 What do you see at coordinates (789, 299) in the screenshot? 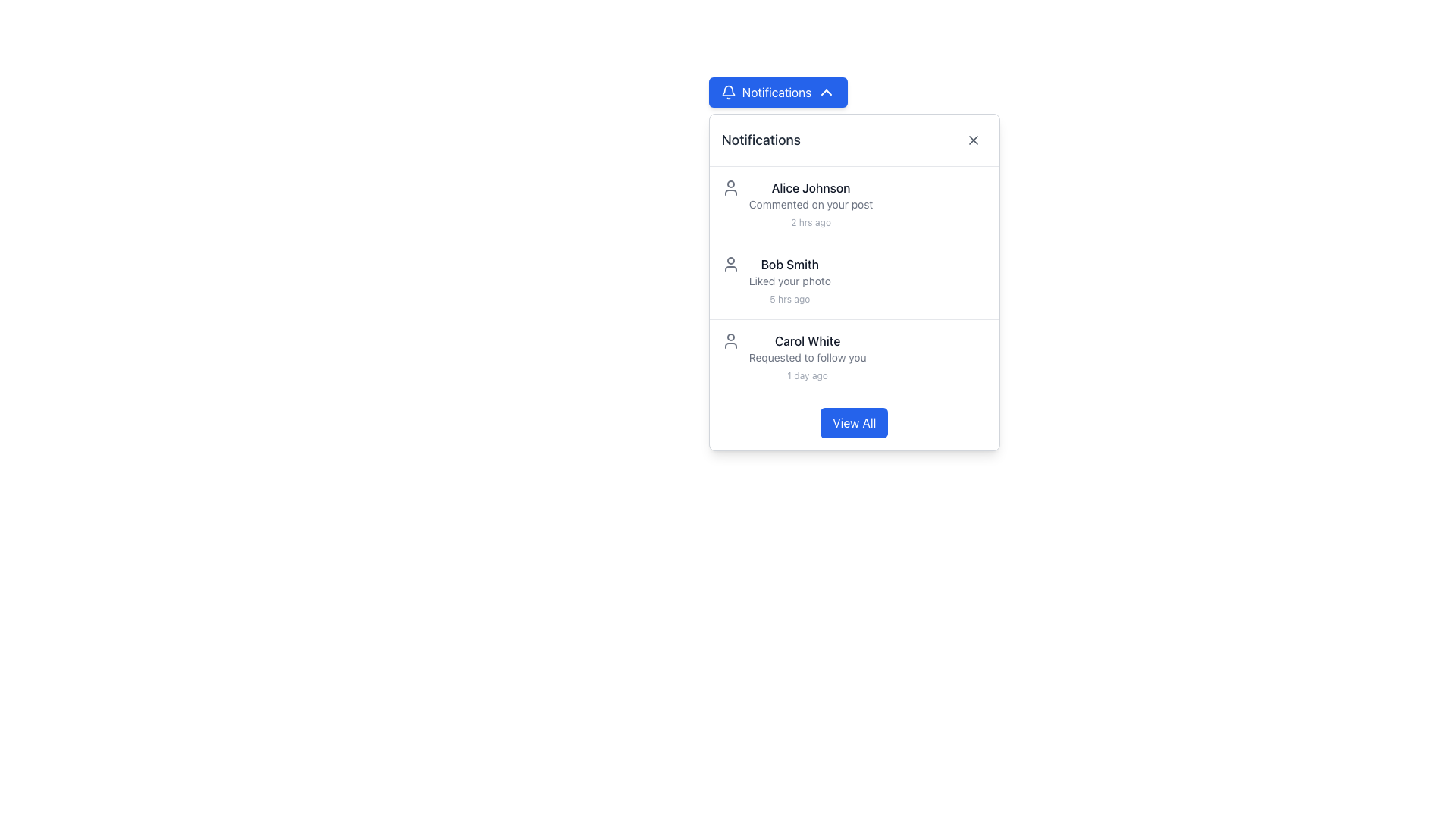
I see `timestamp text located at the bottom of the notification indicating when 'Bob Smith liked your photo' occurred` at bounding box center [789, 299].